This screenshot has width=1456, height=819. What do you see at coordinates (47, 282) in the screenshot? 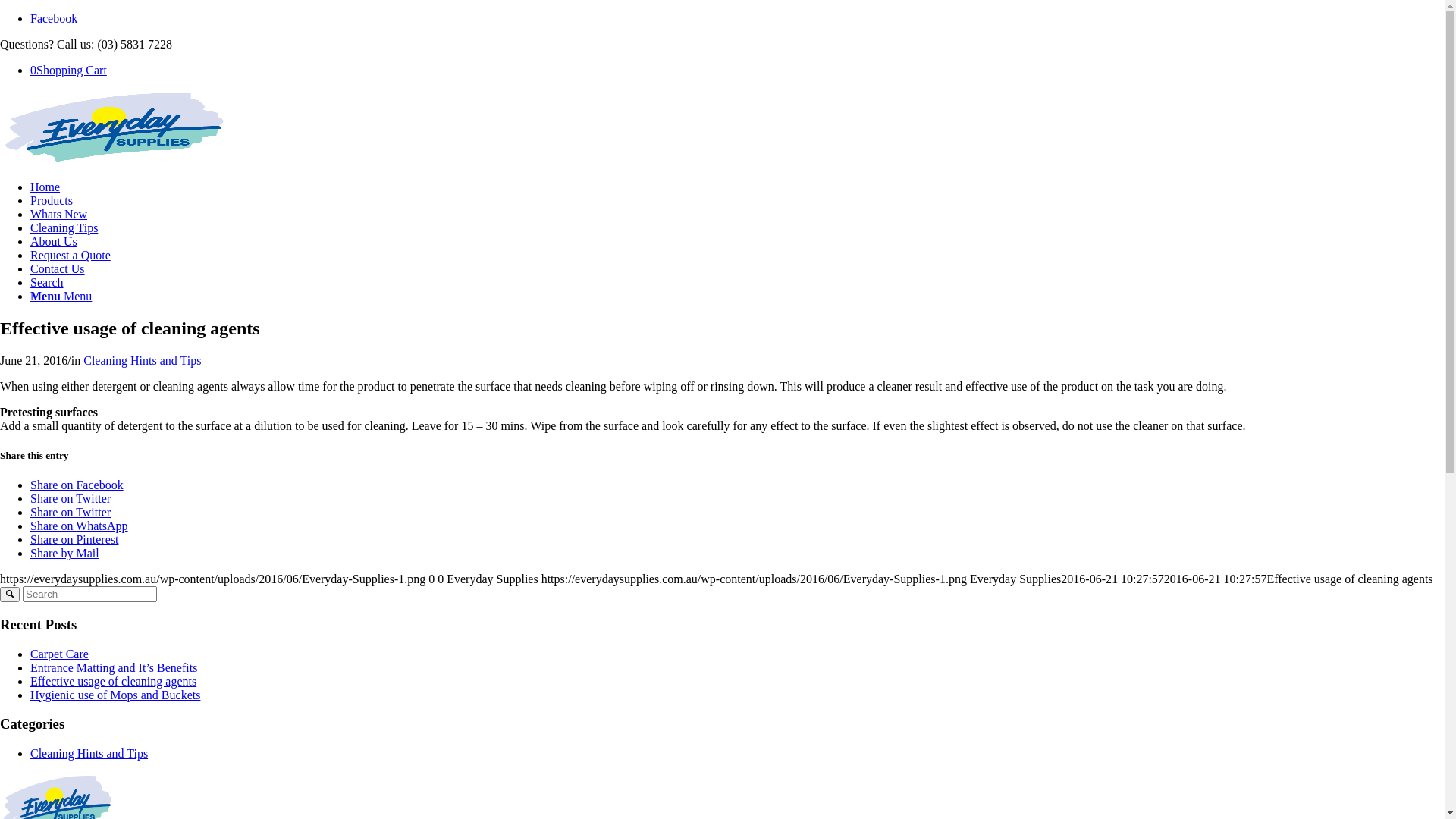
I see `'Search'` at bounding box center [47, 282].